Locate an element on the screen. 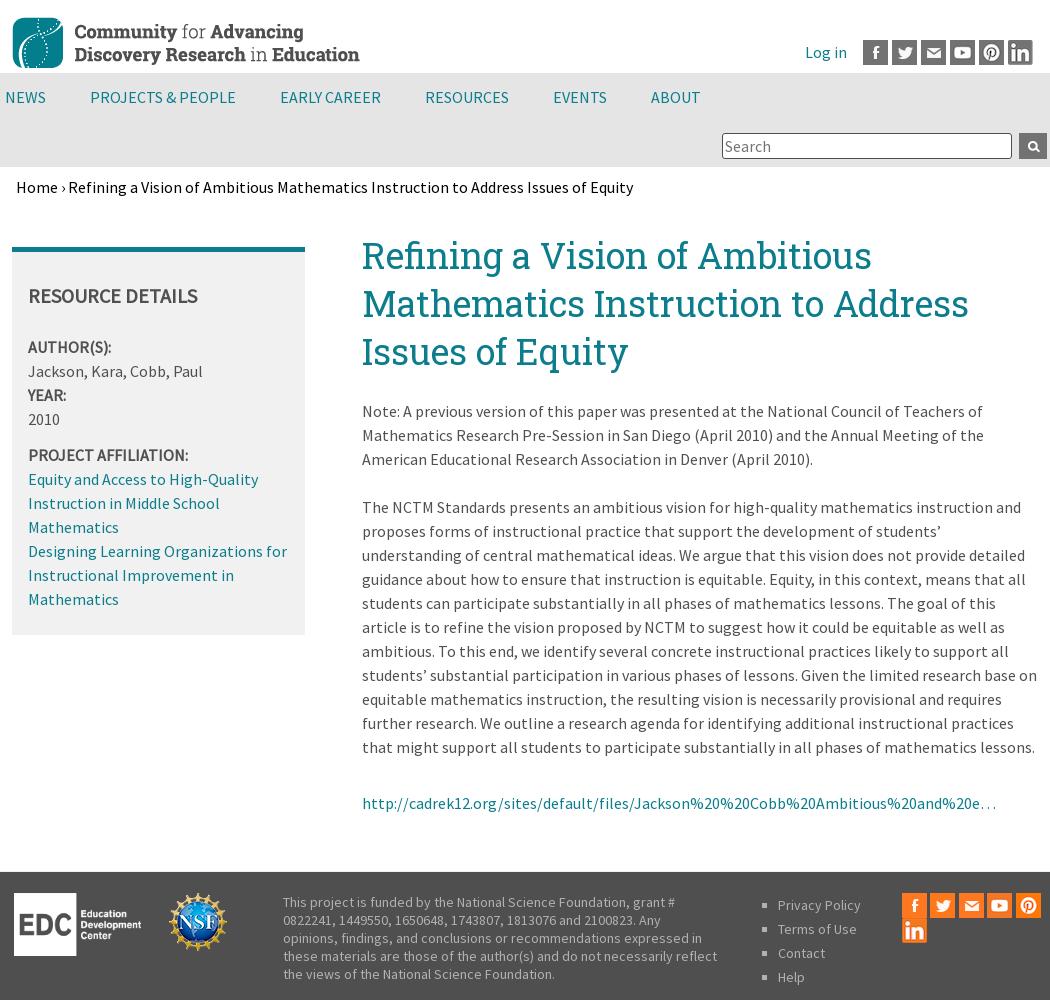 This screenshot has width=1050, height=1000. 'PROJECT AFFILIATION:' is located at coordinates (108, 453).